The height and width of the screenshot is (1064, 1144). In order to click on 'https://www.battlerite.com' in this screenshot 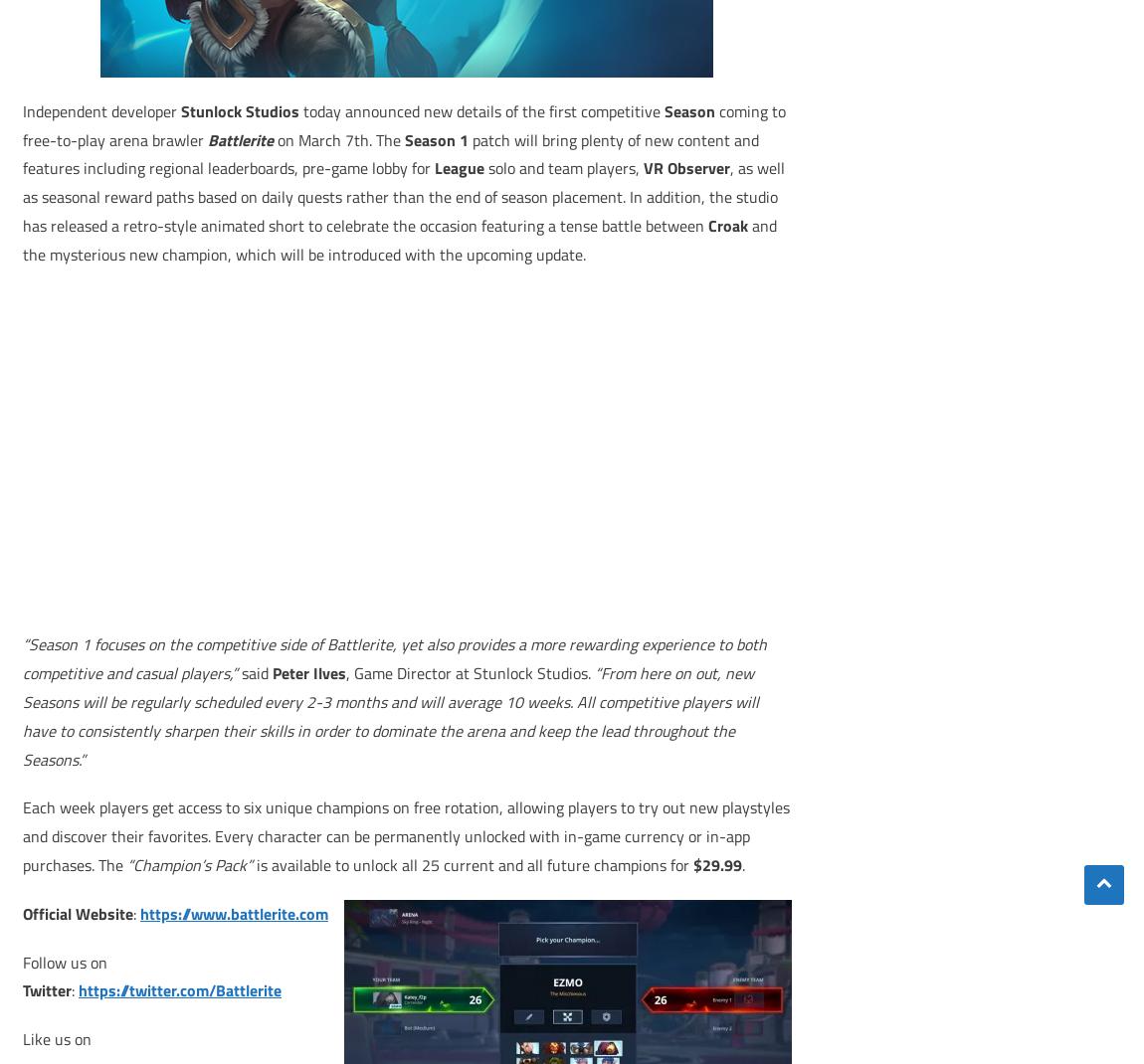, I will do `click(233, 911)`.